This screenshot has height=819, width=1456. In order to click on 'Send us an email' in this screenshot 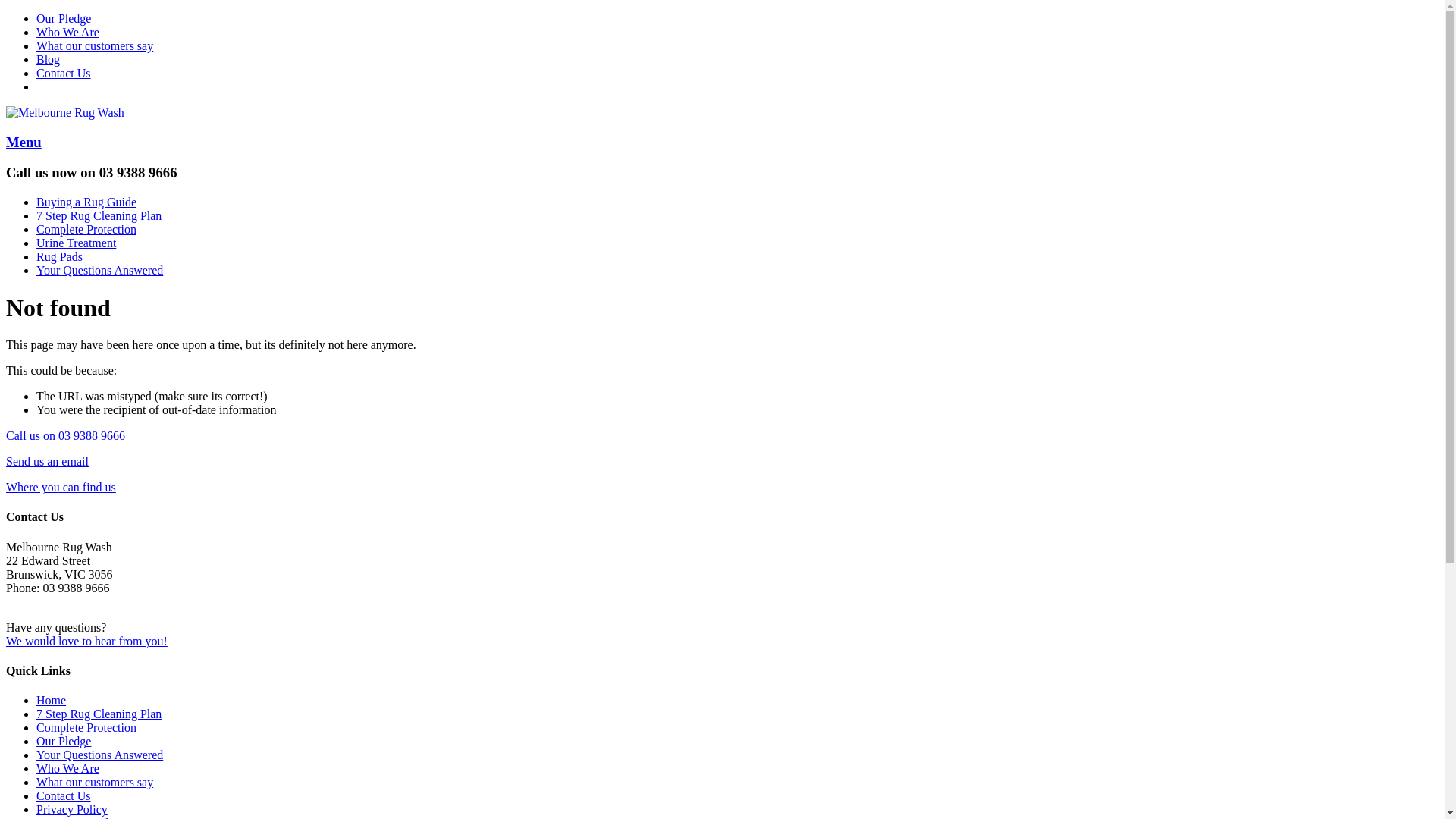, I will do `click(47, 460)`.